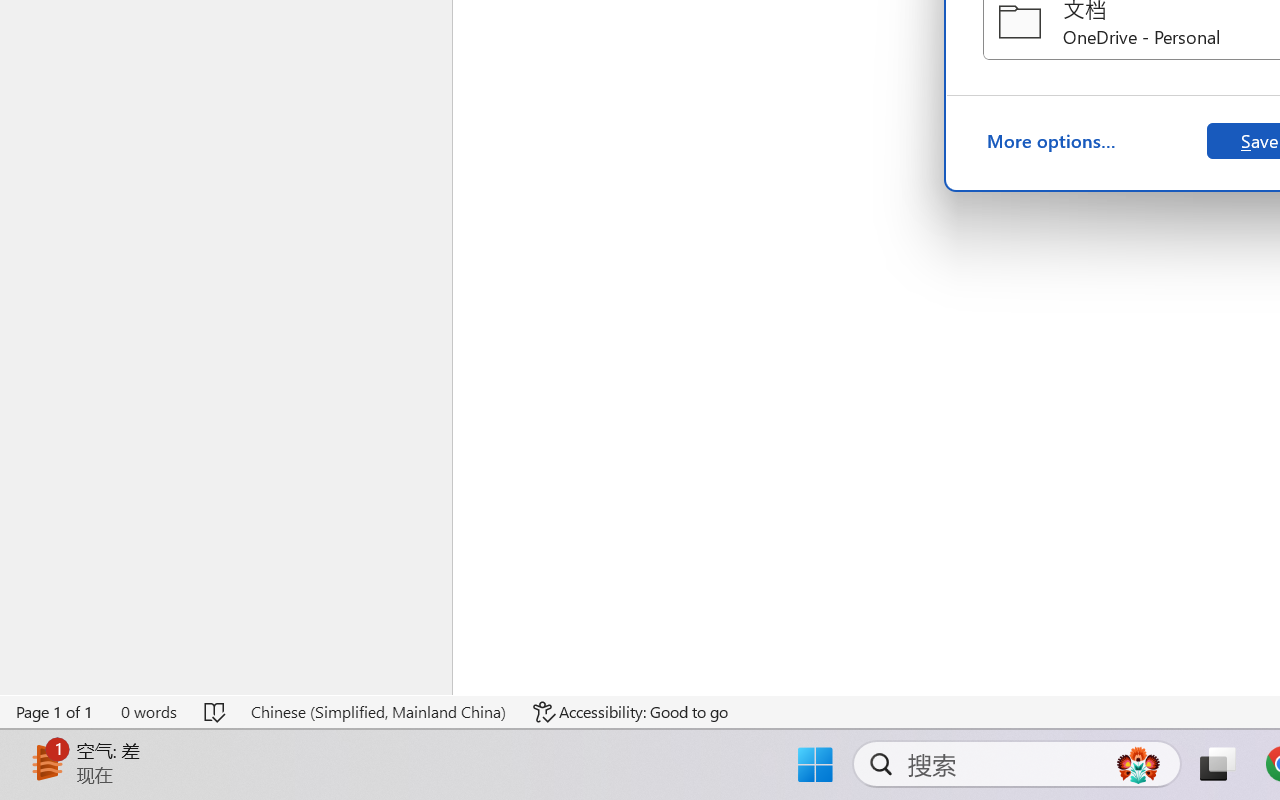 The width and height of the screenshot is (1280, 800). I want to click on 'Language Chinese (Simplified, Mainland China)', so click(378, 711).